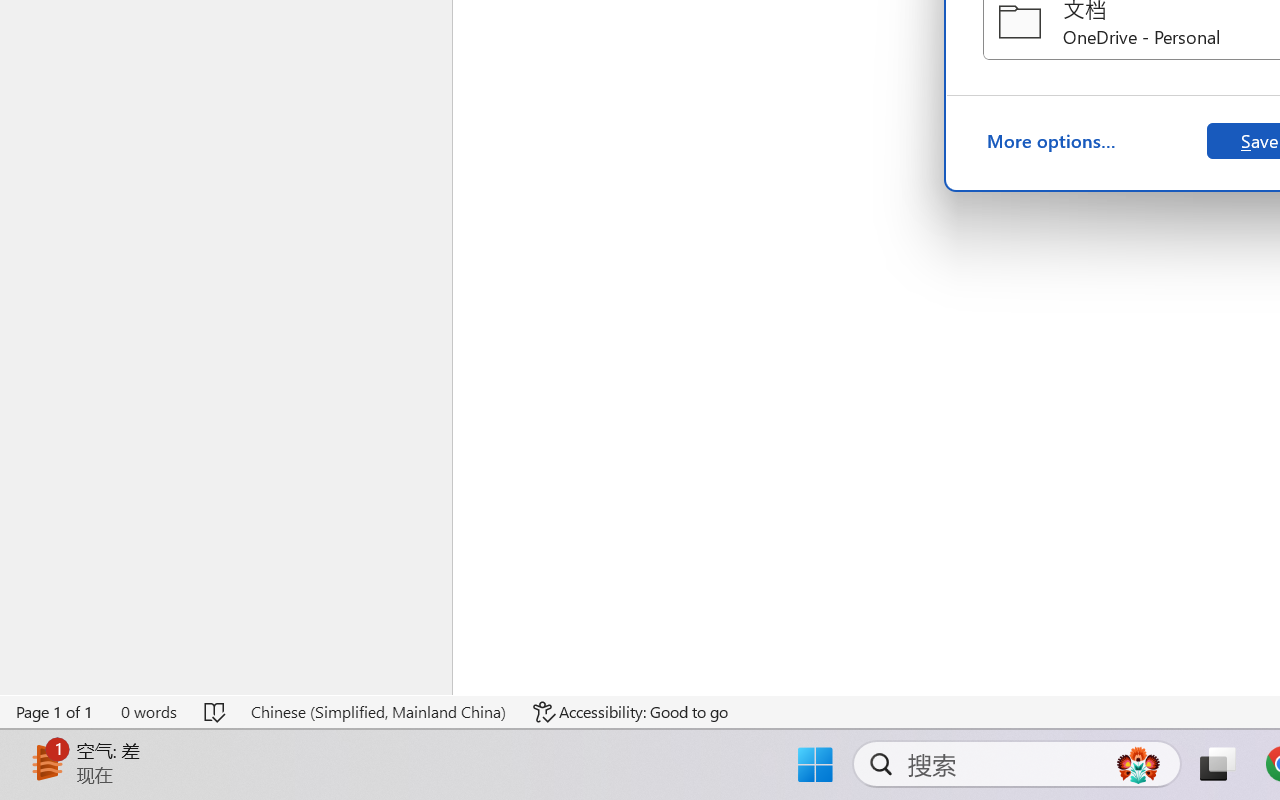 The width and height of the screenshot is (1280, 800). I want to click on 'Language Chinese (Simplified, Mainland China)', so click(378, 711).